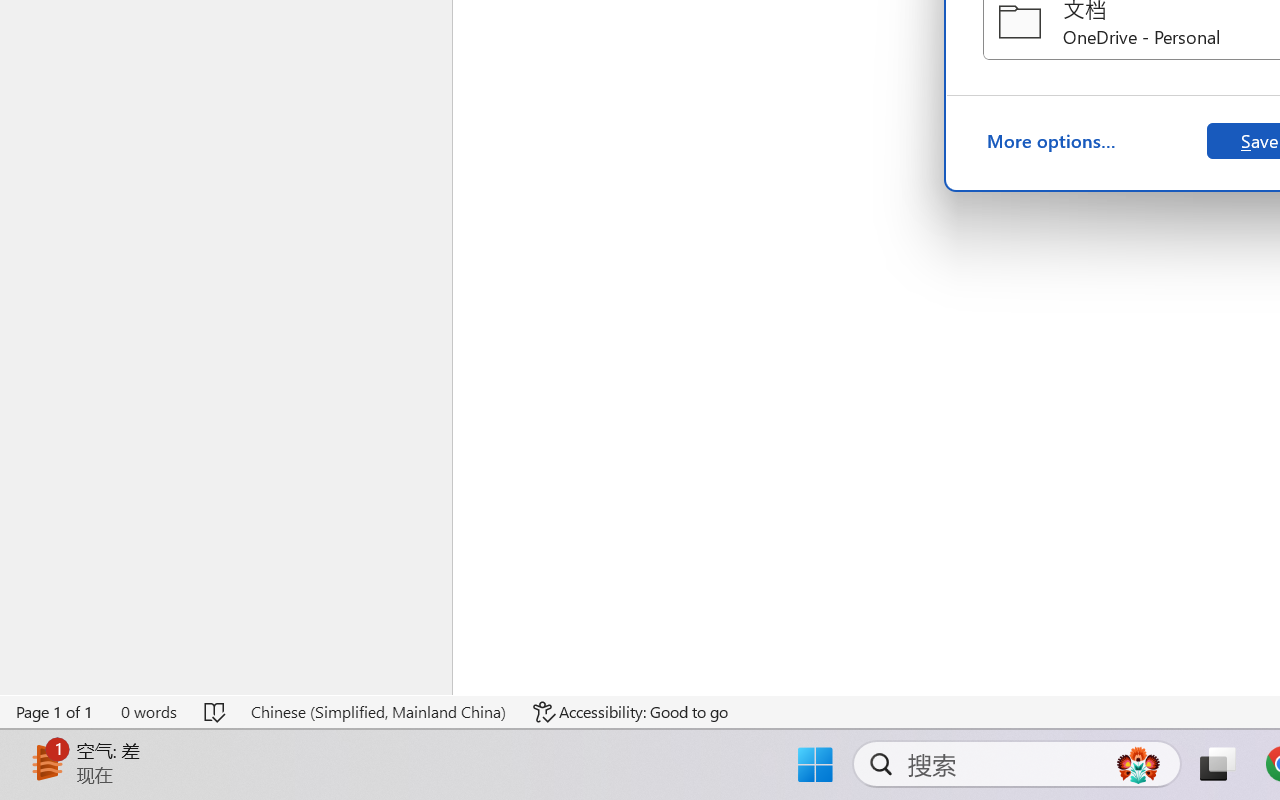 The width and height of the screenshot is (1280, 800). I want to click on 'Language Chinese (Simplified, Mainland China)', so click(378, 711).